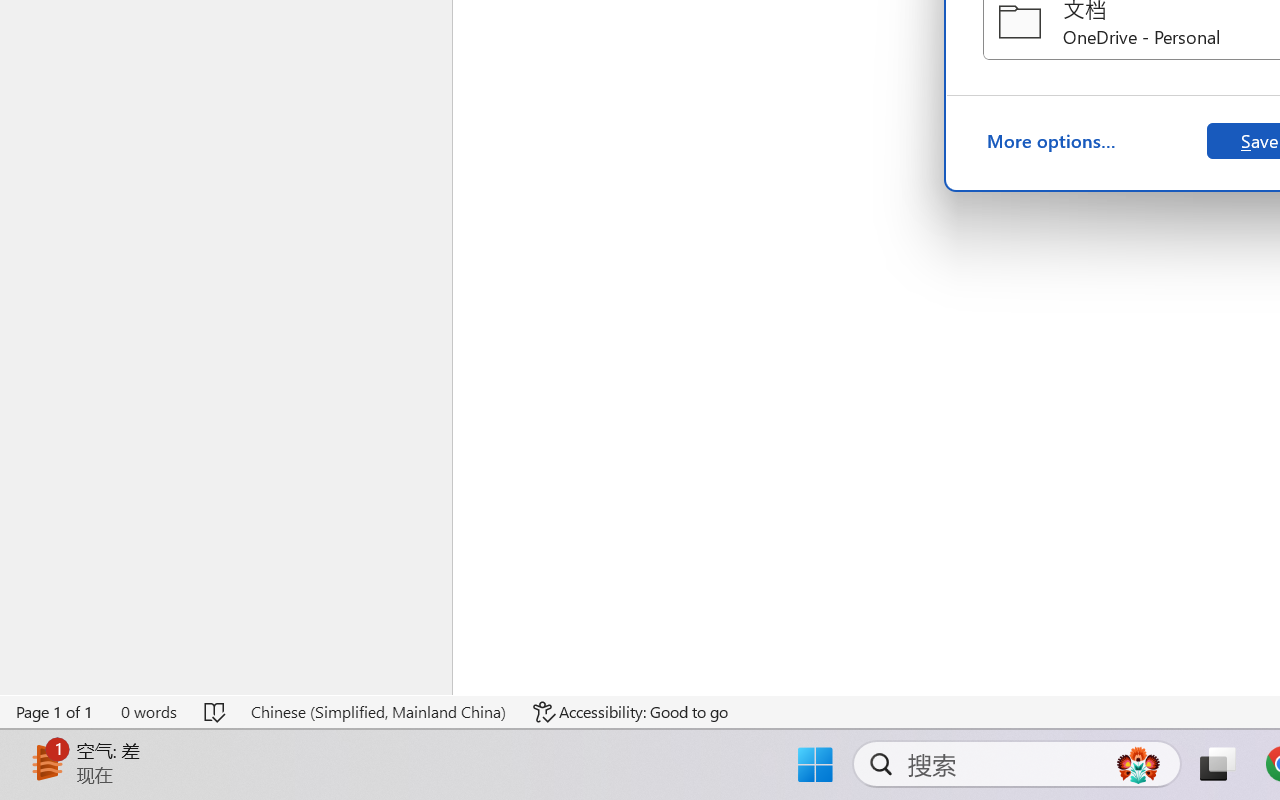 The width and height of the screenshot is (1280, 800). I want to click on 'Language Chinese (Simplified, Mainland China)', so click(378, 711).